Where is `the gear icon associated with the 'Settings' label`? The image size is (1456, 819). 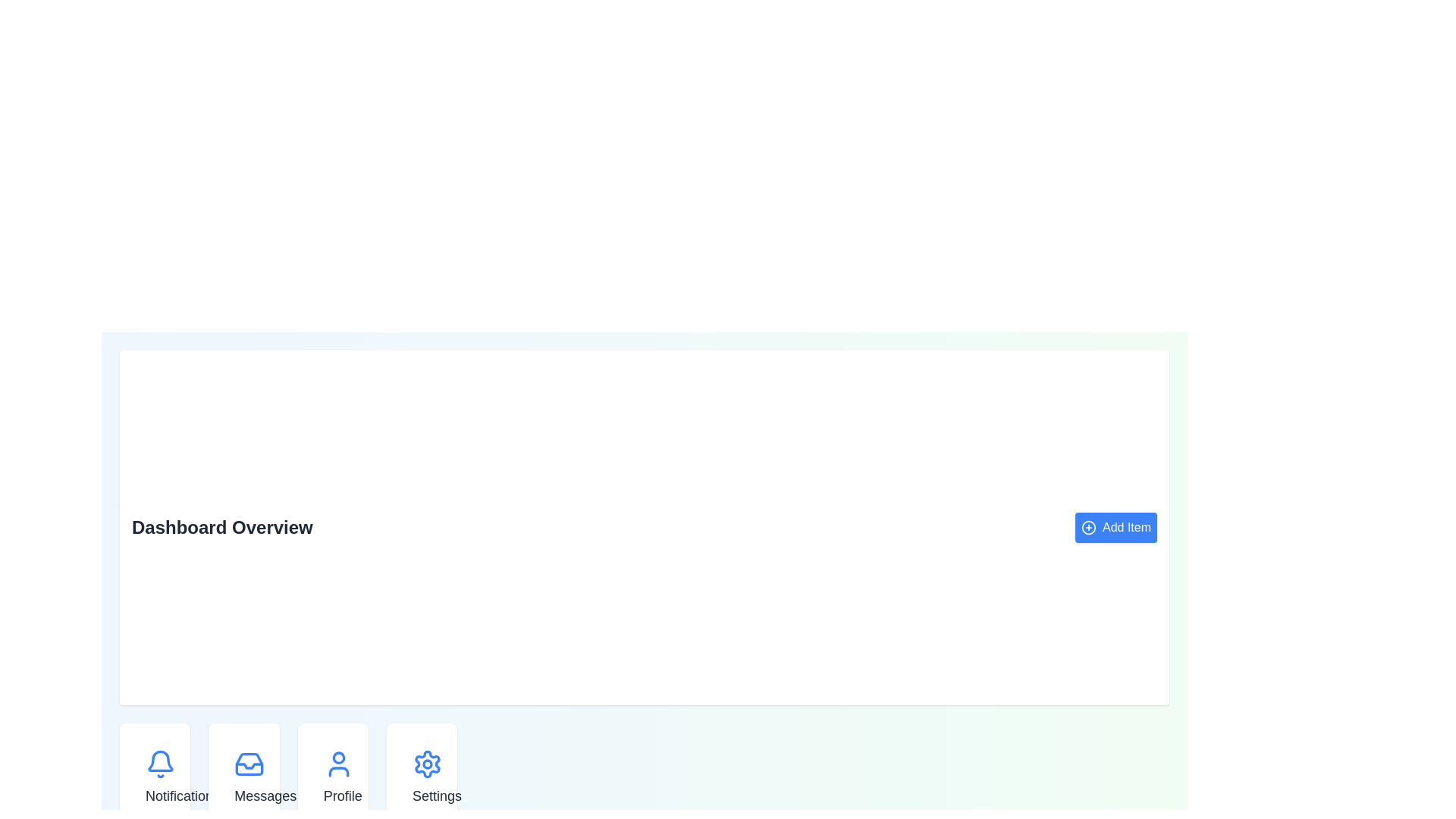
the gear icon associated with the 'Settings' label is located at coordinates (427, 764).